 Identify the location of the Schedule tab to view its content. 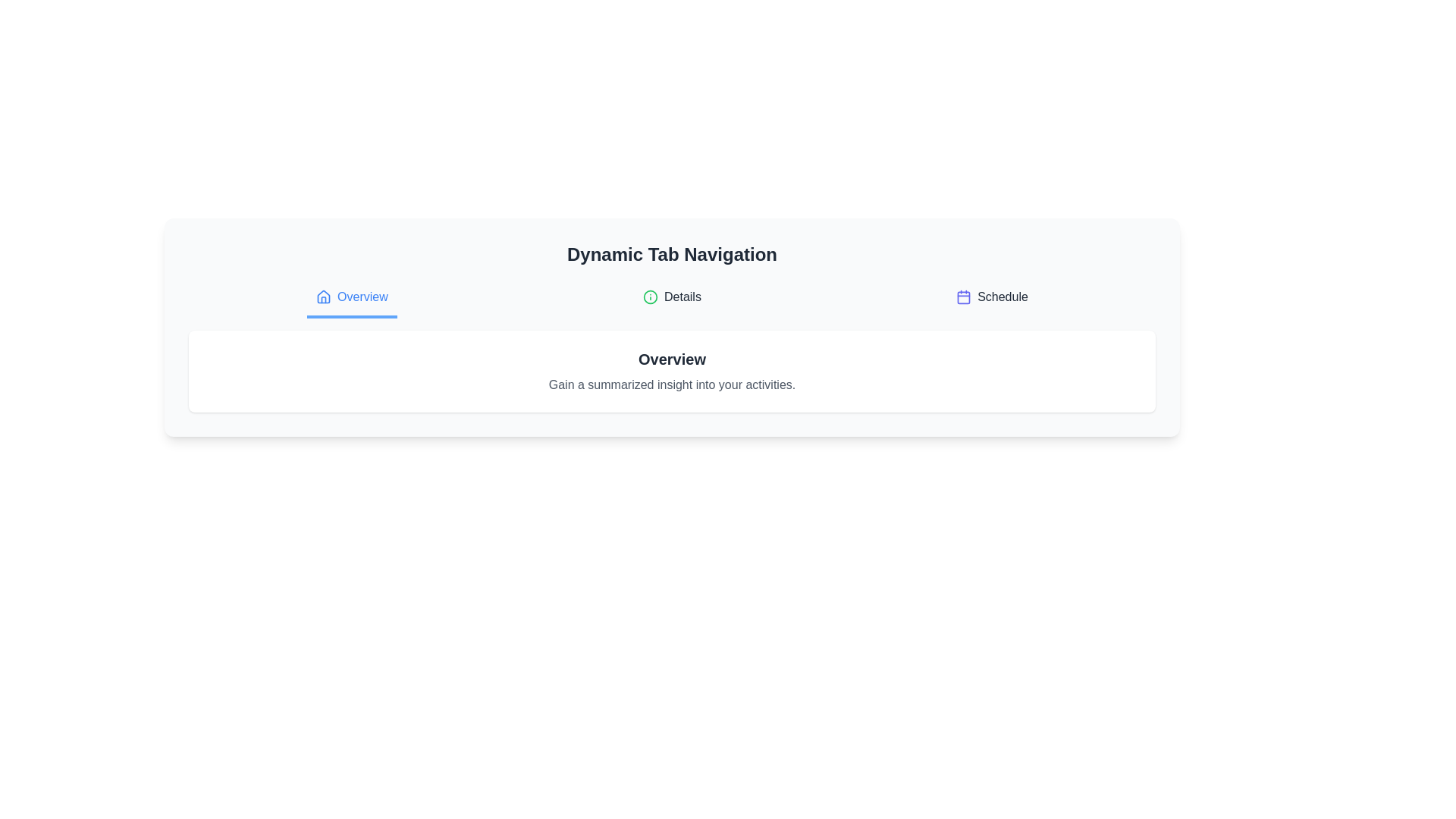
(992, 298).